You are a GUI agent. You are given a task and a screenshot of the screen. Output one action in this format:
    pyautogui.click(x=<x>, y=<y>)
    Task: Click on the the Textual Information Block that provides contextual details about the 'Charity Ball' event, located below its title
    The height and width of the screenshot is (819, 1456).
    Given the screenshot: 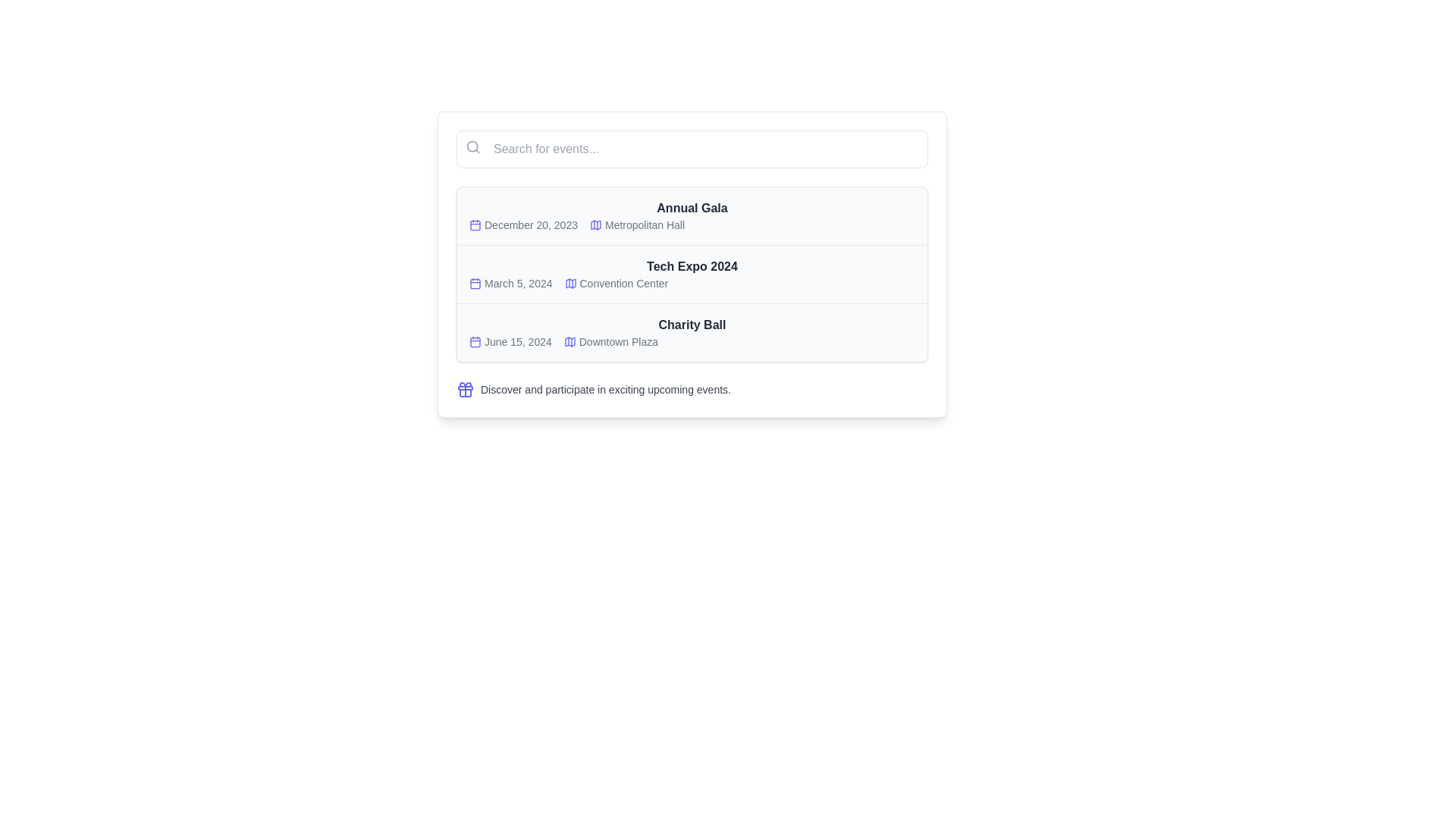 What is the action you would take?
    pyautogui.click(x=691, y=342)
    